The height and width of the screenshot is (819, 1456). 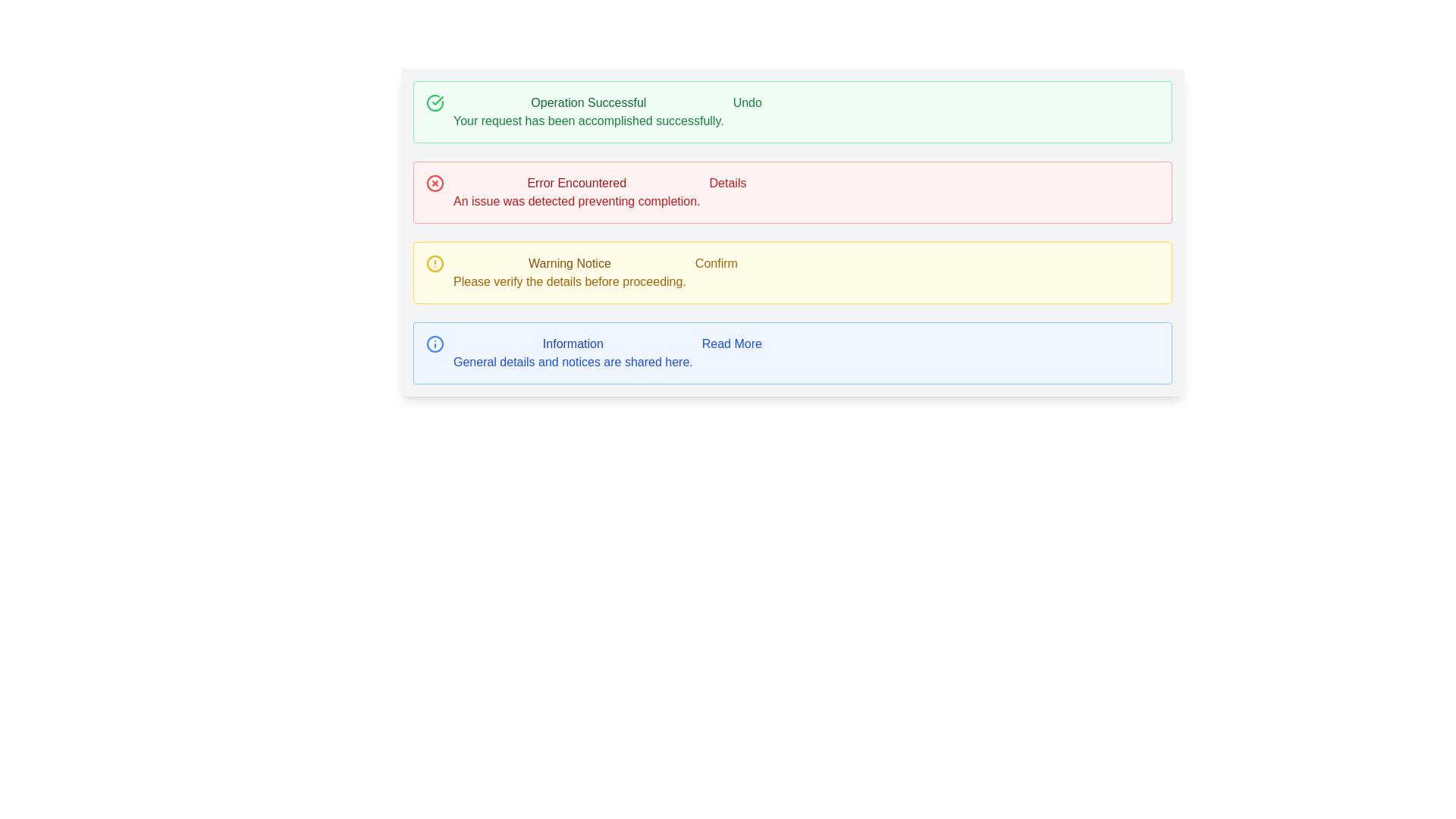 What do you see at coordinates (435, 344) in the screenshot?
I see `the information icon located at the leftmost side of the lower-most card with a light blue background, which indicates that the associated card contains informational content` at bounding box center [435, 344].